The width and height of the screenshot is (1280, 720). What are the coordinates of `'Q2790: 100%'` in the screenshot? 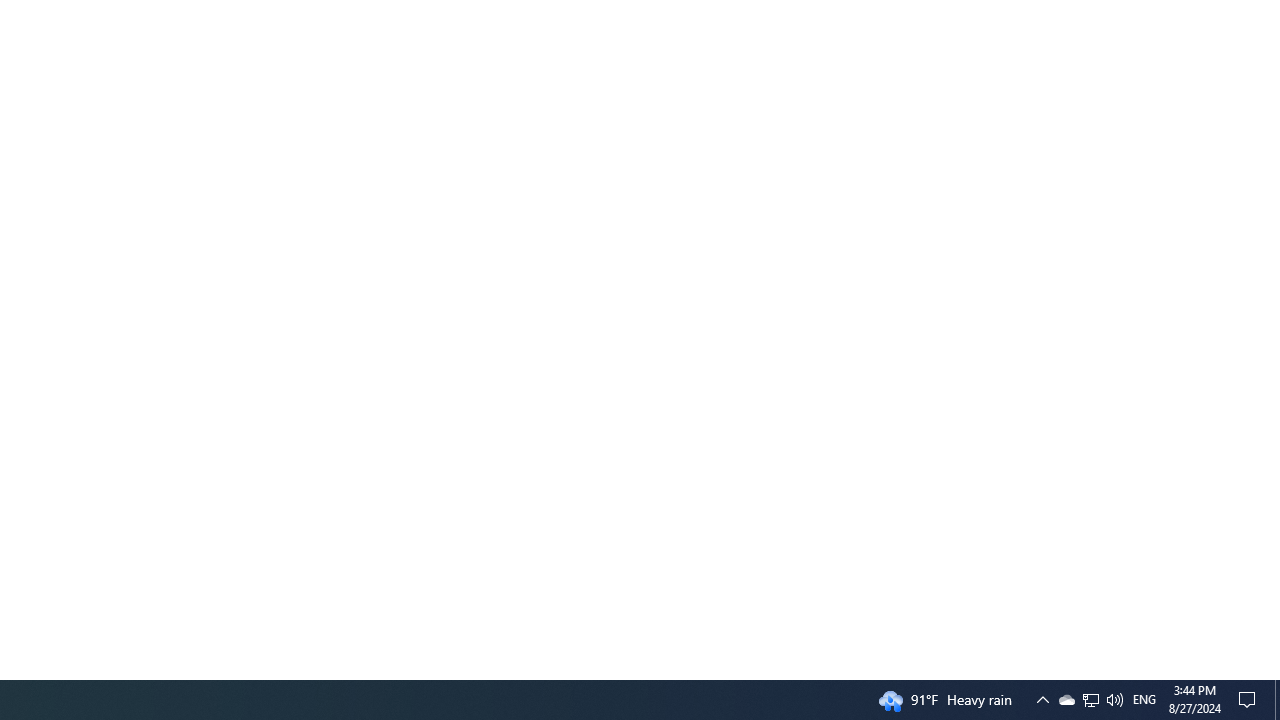 It's located at (1113, 698).